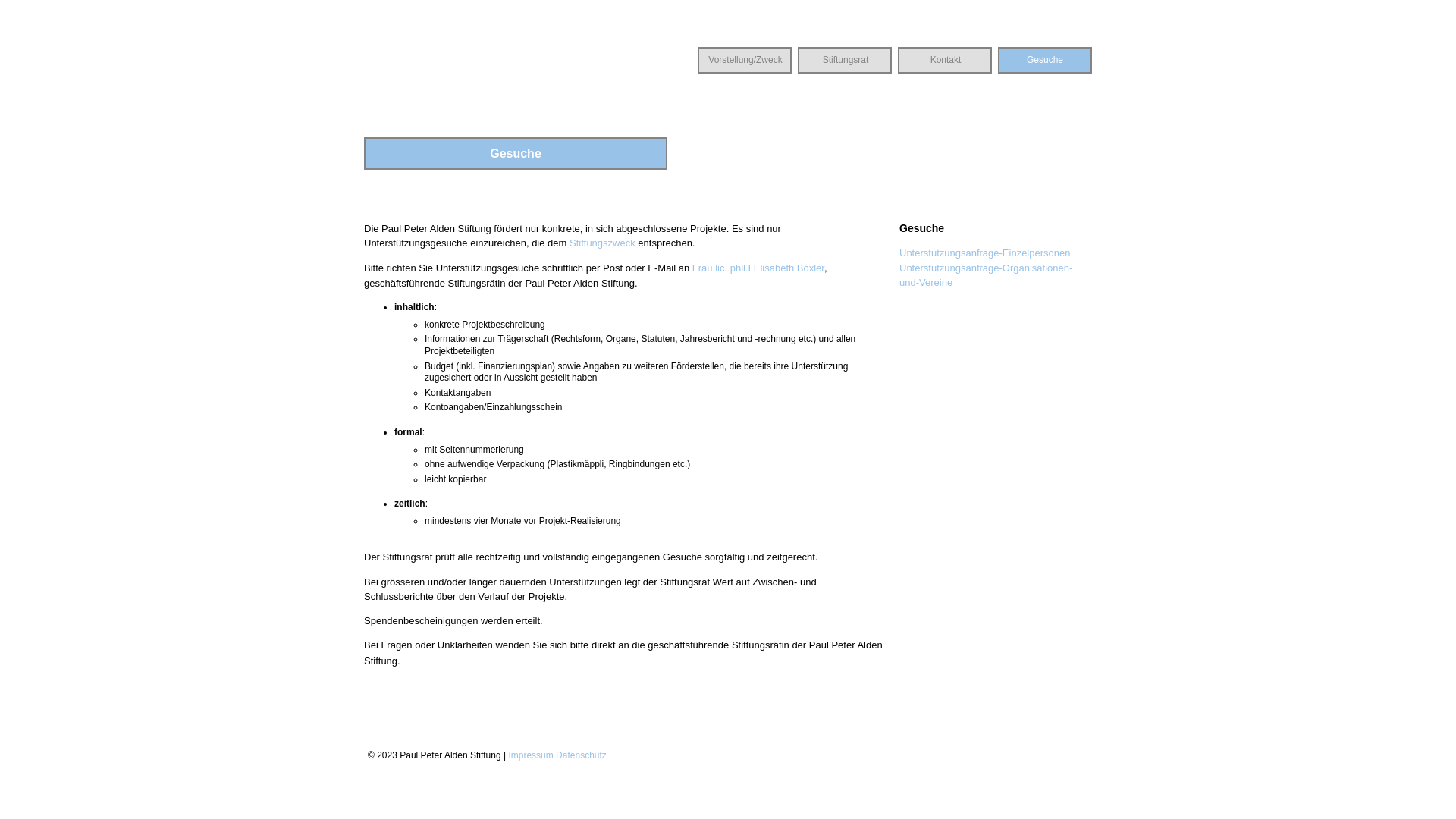  What do you see at coordinates (601, 242) in the screenshot?
I see `'Stiftungszweck'` at bounding box center [601, 242].